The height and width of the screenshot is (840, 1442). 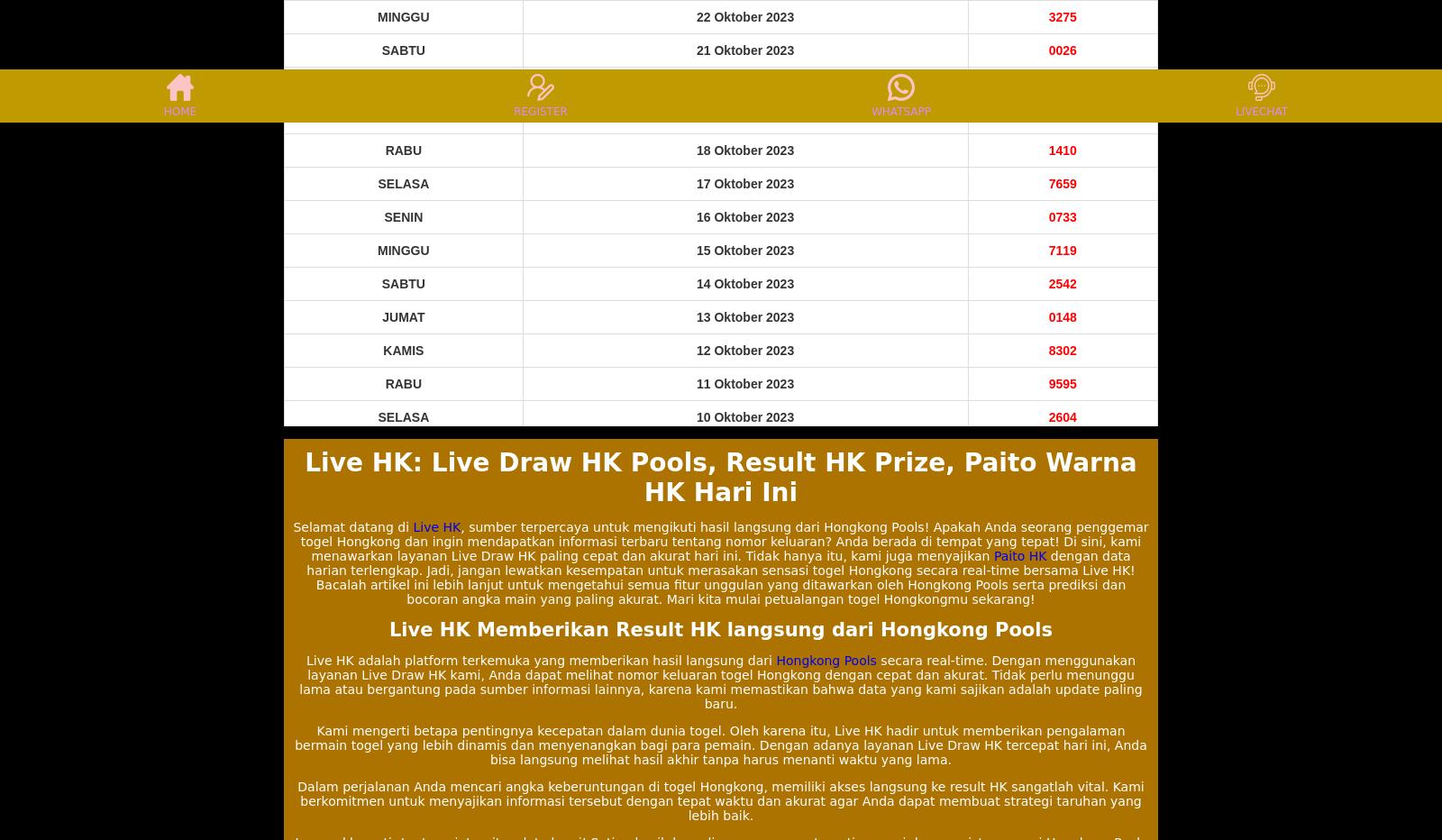 I want to click on 'WHATSAPP', so click(x=899, y=110).